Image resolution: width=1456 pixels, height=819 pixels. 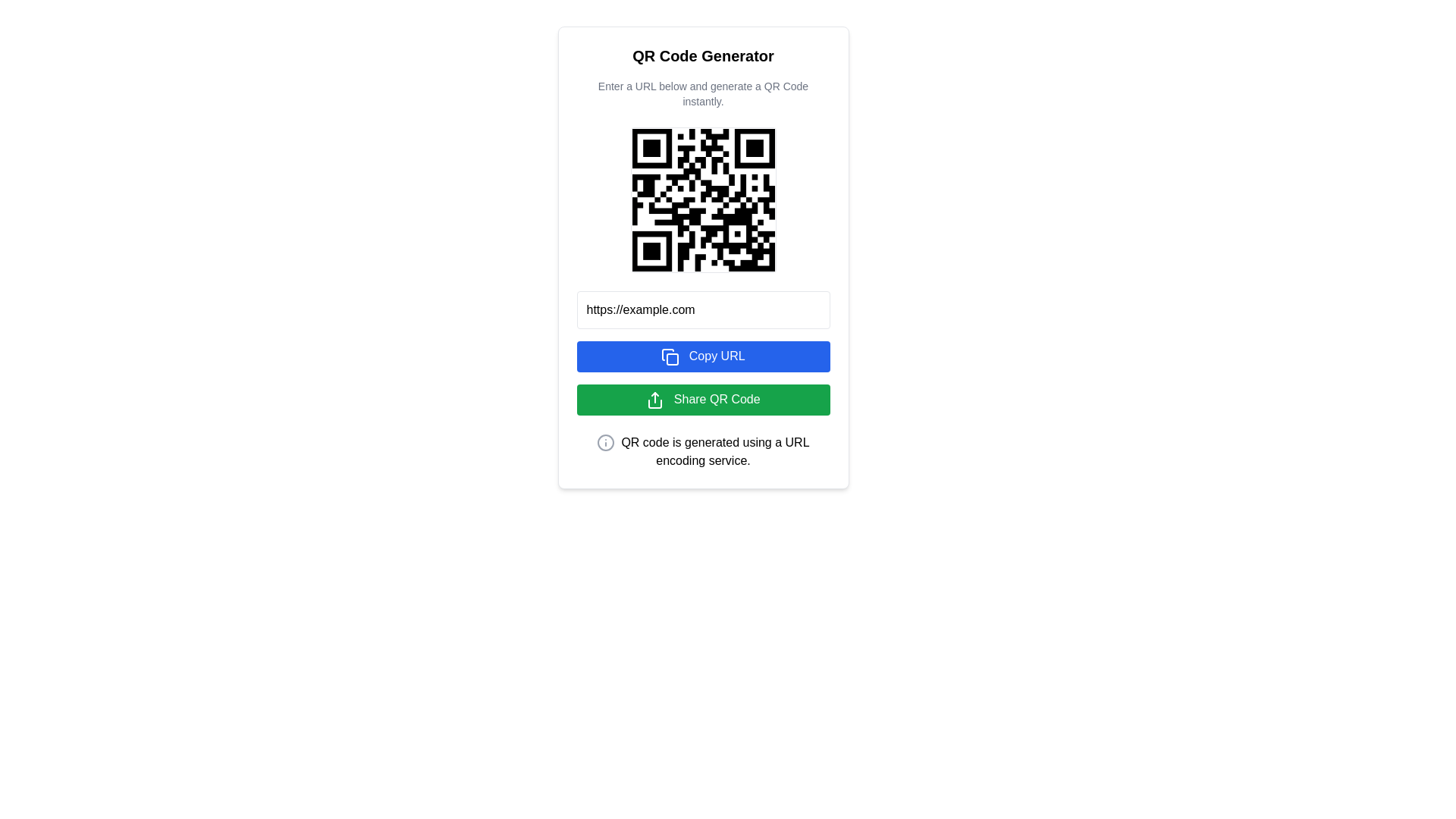 What do you see at coordinates (605, 443) in the screenshot?
I see `the central circular part of the information icon, which is a graphical SVG element located slightly below and to the left of the QR code display section` at bounding box center [605, 443].